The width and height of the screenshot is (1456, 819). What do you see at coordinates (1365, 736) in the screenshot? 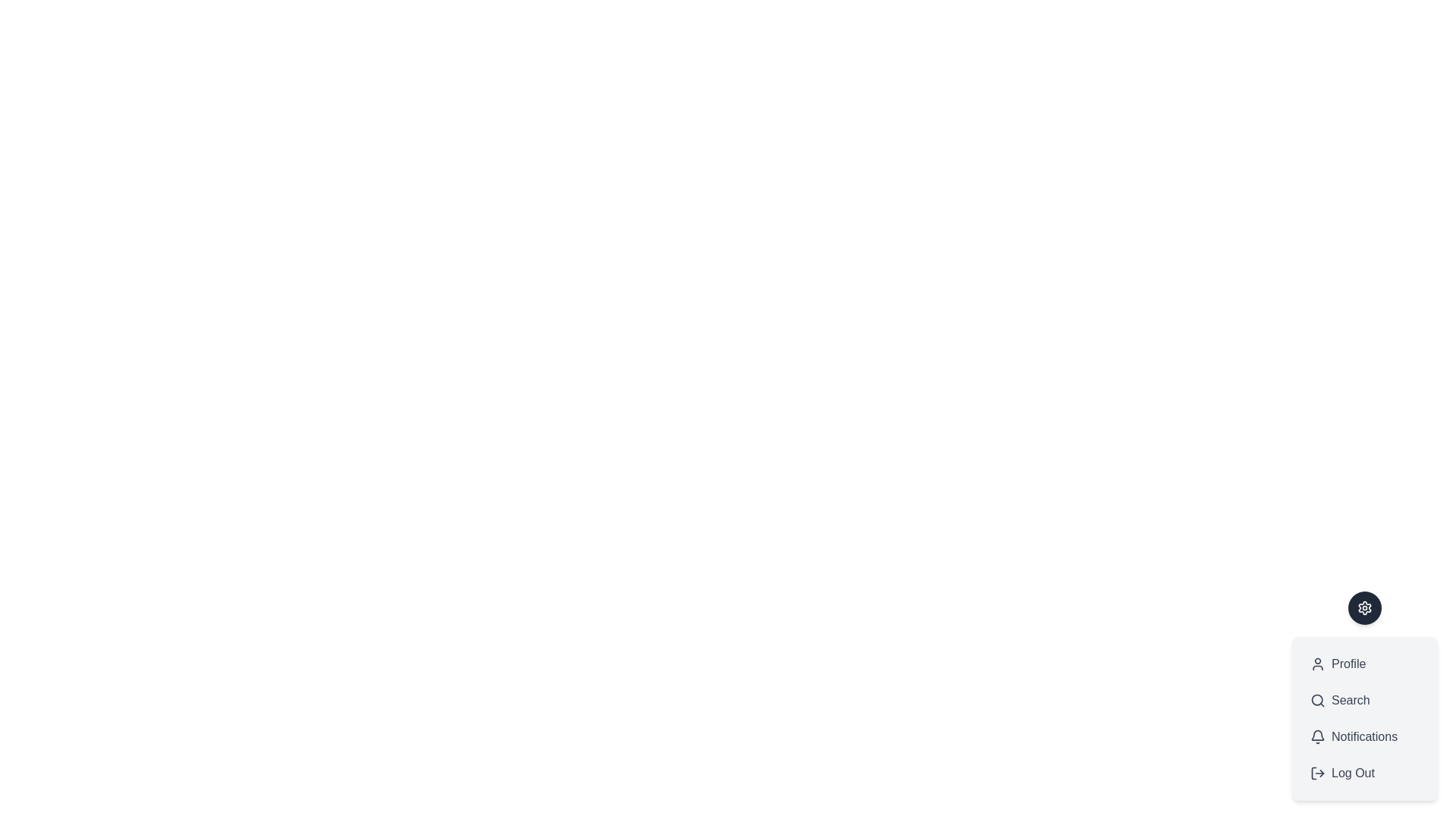
I see `the third menu item in the dropdown, located between 'Search' and 'Log Out'` at bounding box center [1365, 736].